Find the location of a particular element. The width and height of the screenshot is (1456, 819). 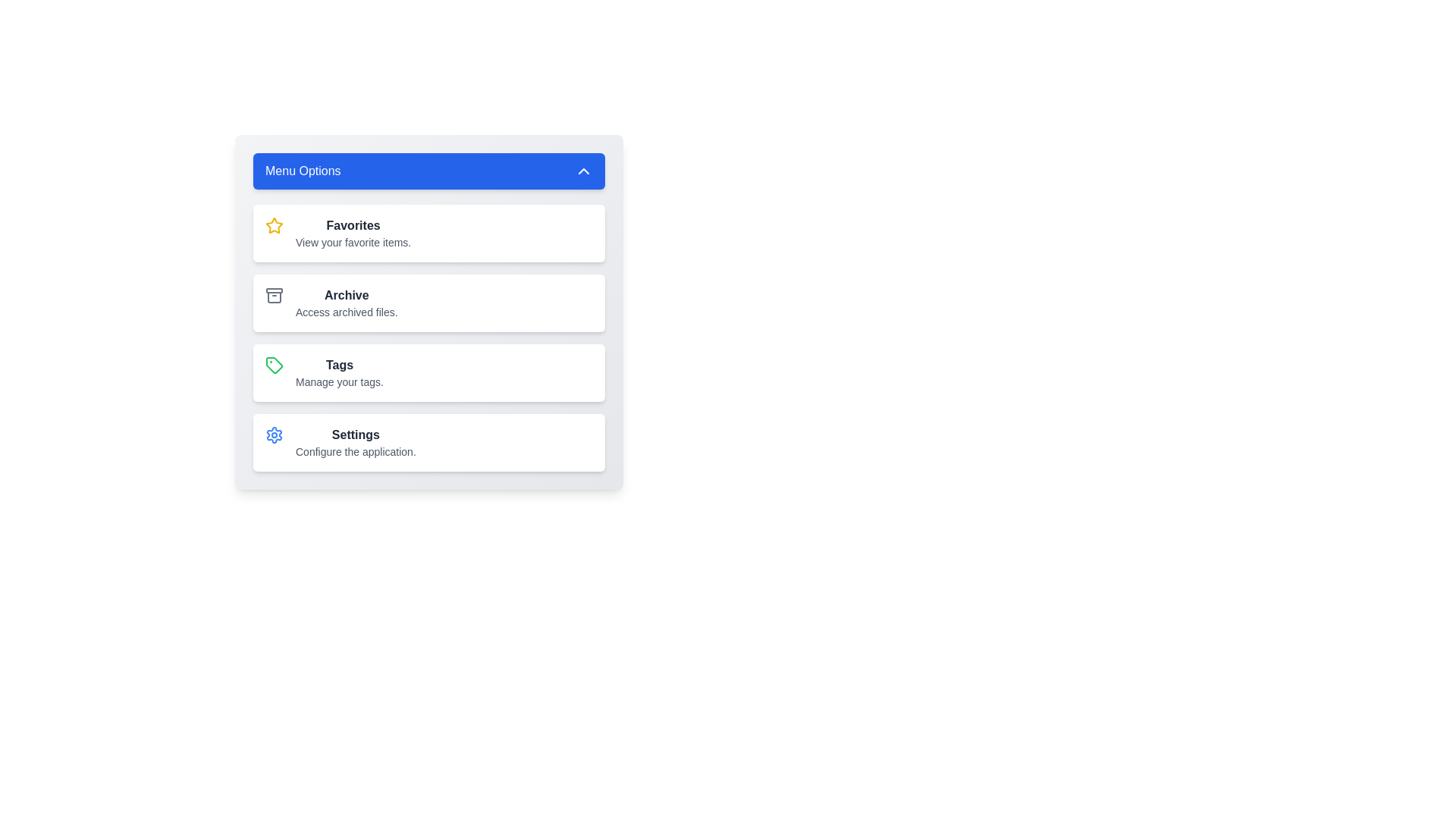

the 'Settings' menu option, which is the last item in the vertical list under the 'Menu Options' section is located at coordinates (355, 442).